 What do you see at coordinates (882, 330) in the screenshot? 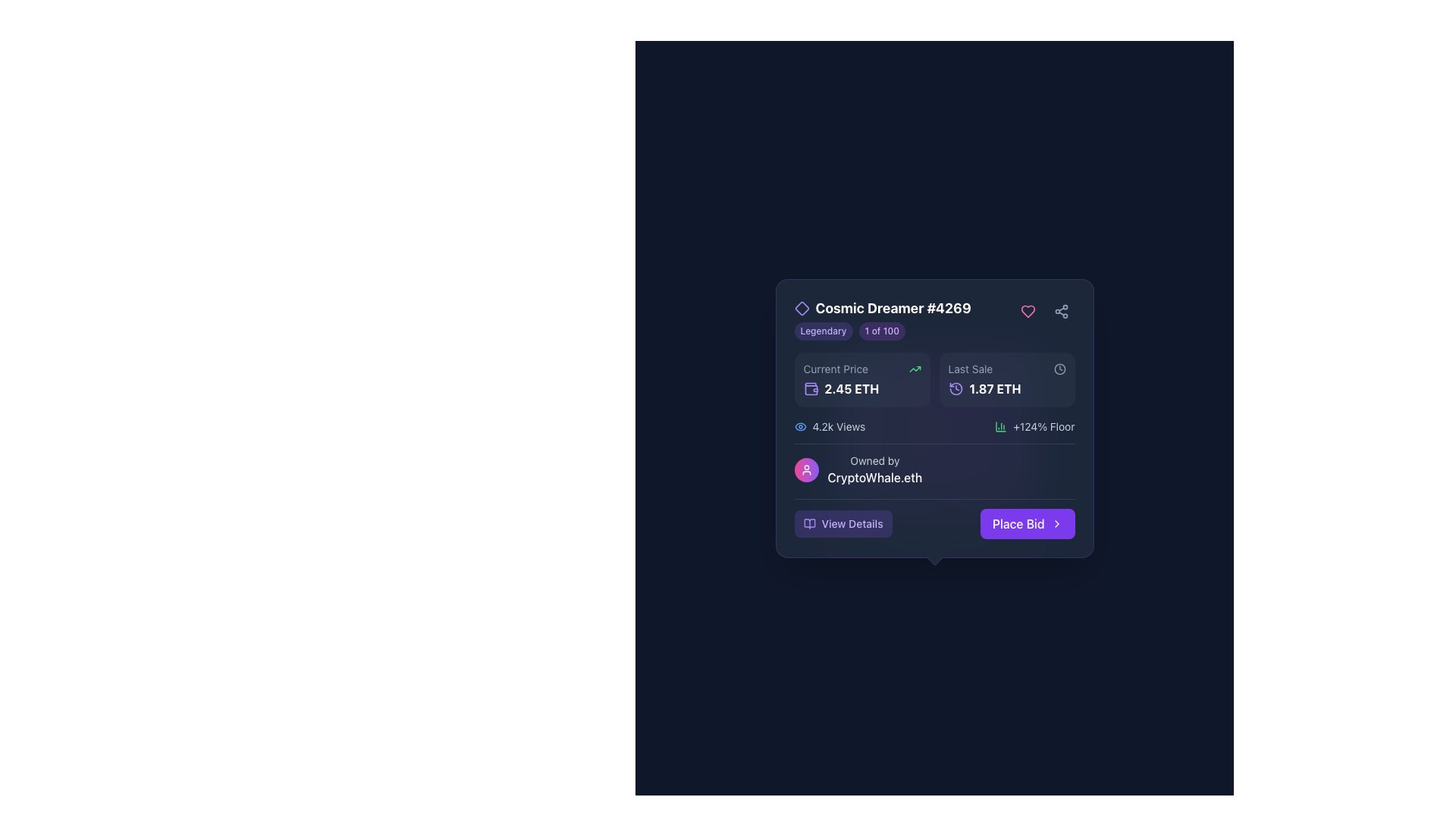
I see `the rounded label with a light purple background displaying '1 of 100', positioned to the right of the label 'Legendary'` at bounding box center [882, 330].